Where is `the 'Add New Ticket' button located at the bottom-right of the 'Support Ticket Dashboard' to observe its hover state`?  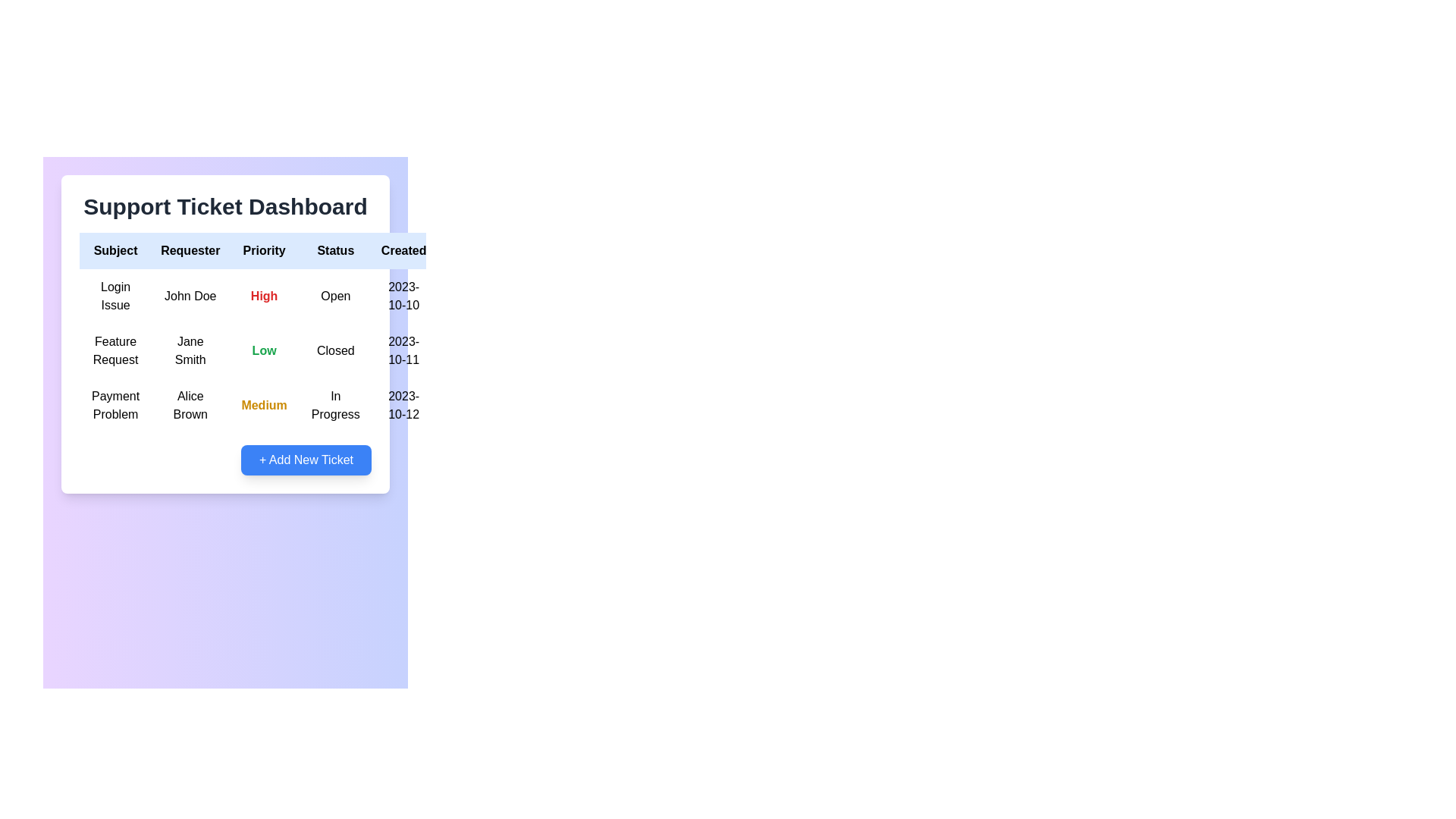 the 'Add New Ticket' button located at the bottom-right of the 'Support Ticket Dashboard' to observe its hover state is located at coordinates (305, 459).